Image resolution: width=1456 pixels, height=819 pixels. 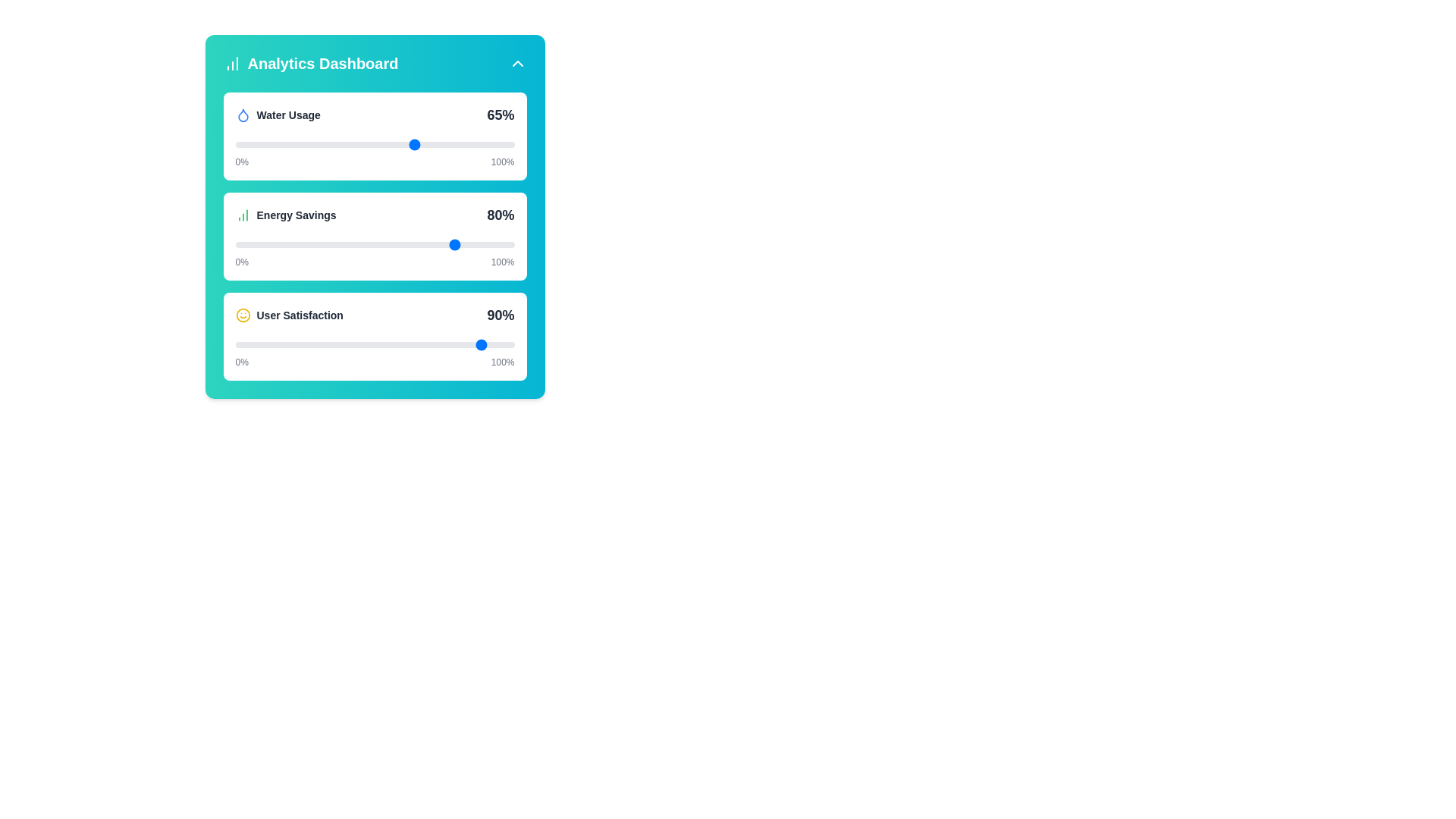 What do you see at coordinates (243, 114) in the screenshot?
I see `the decorative icon representing the 'Water Usage' section, located to the left of the 'Water Usage' label in the header` at bounding box center [243, 114].